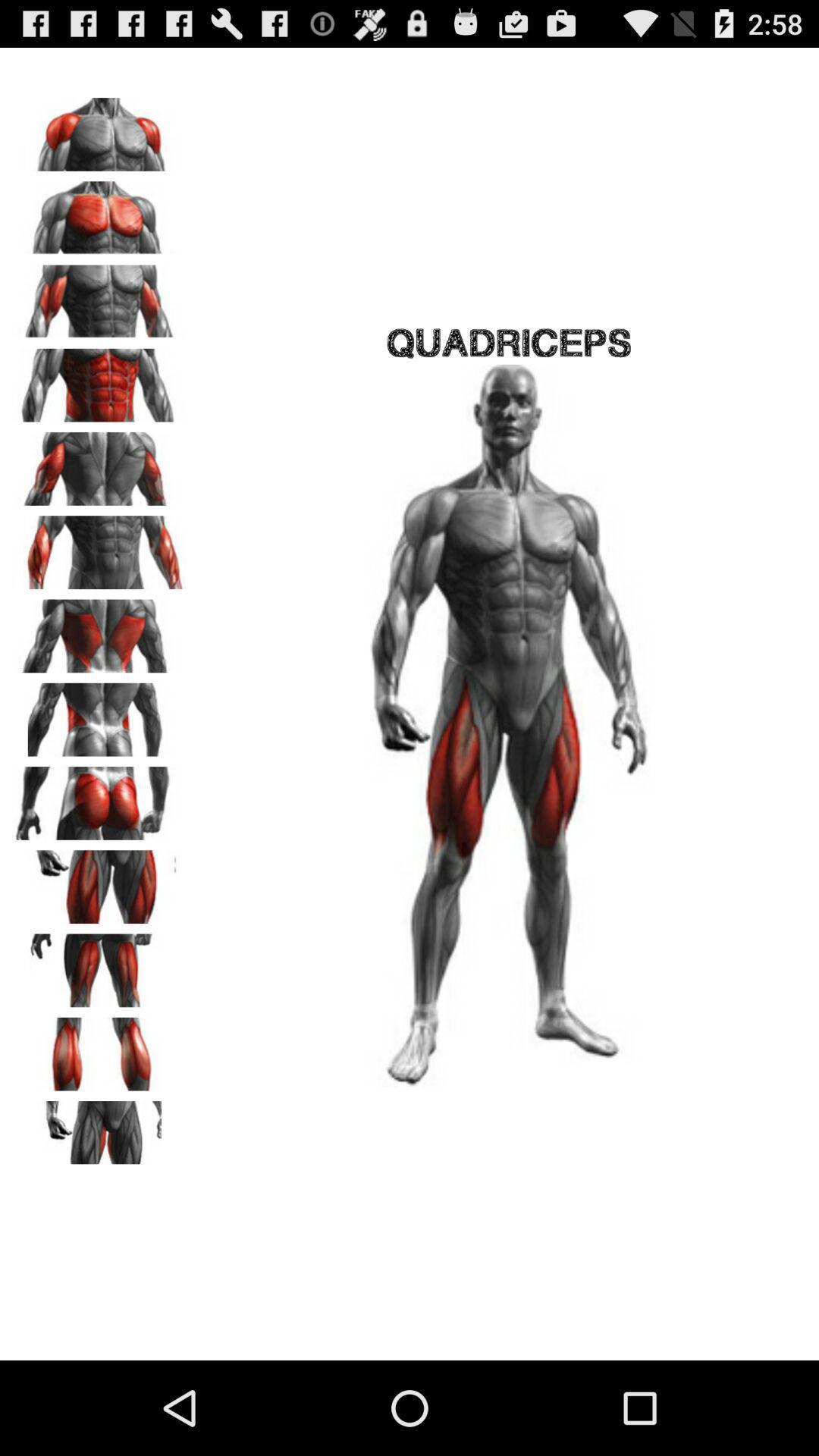 This screenshot has width=819, height=1456. I want to click on switch to select, so click(99, 297).